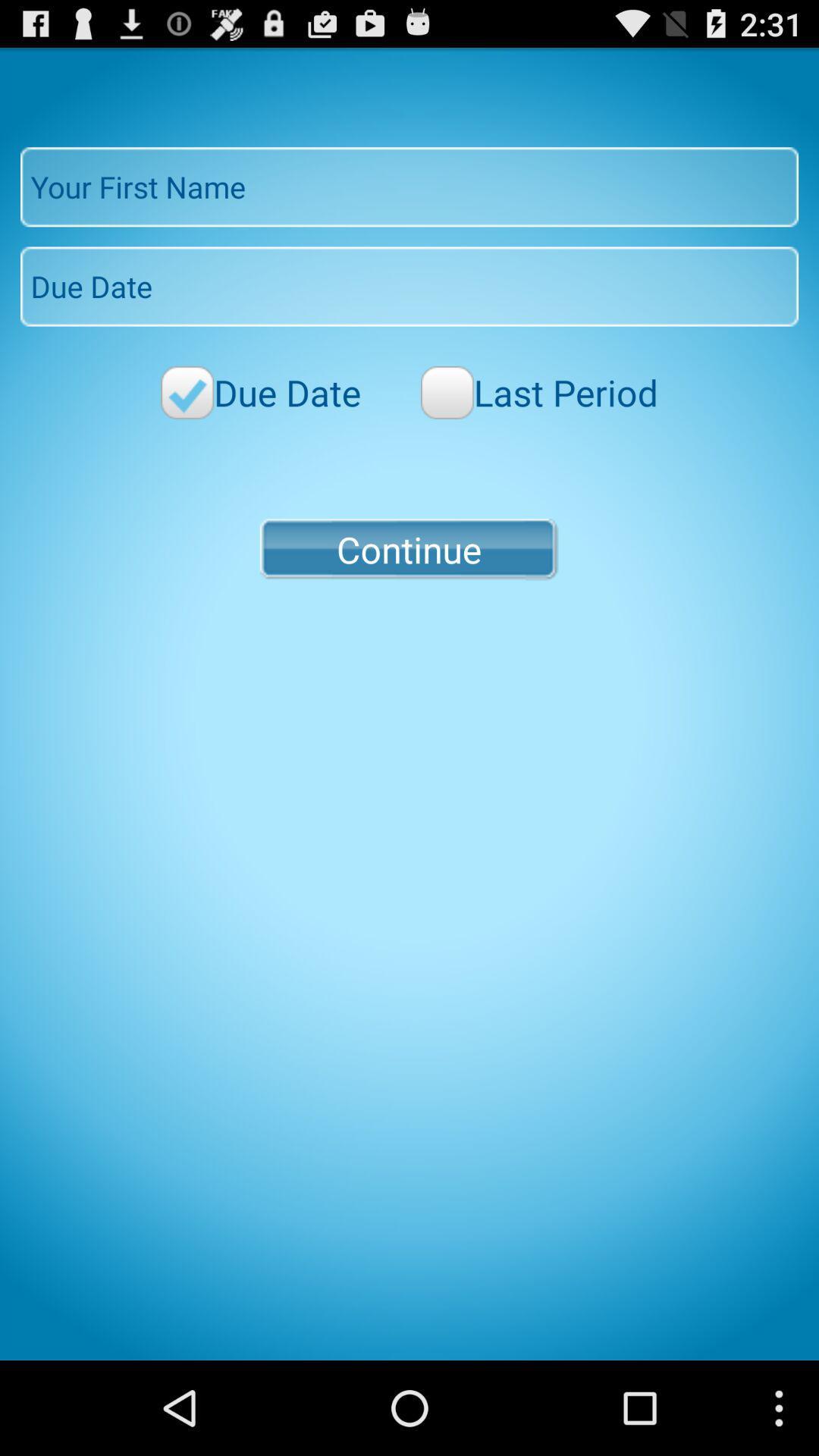 The height and width of the screenshot is (1456, 819). What do you see at coordinates (408, 548) in the screenshot?
I see `the item below due date radio button` at bounding box center [408, 548].